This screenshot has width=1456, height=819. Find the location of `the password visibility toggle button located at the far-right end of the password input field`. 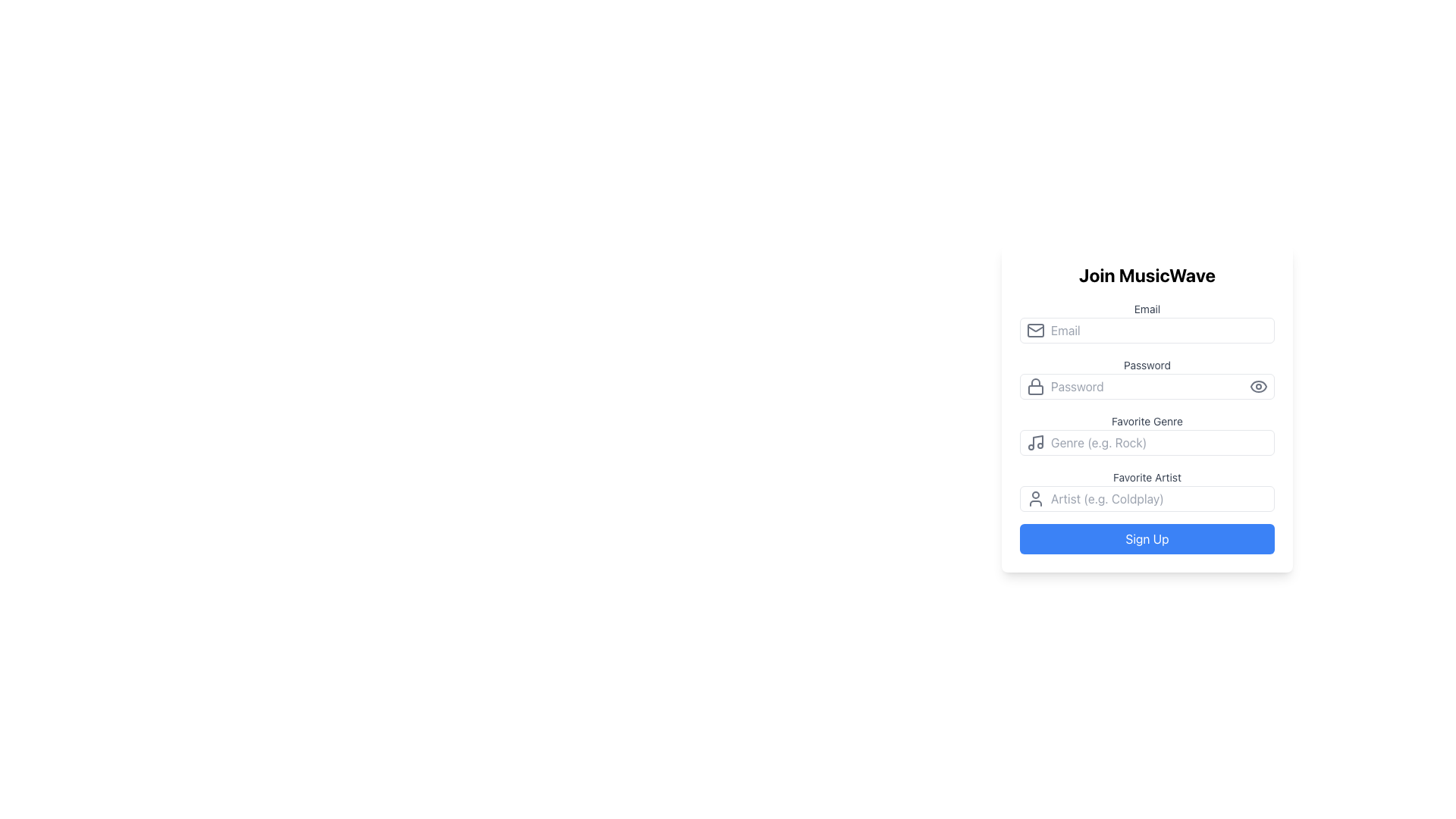

the password visibility toggle button located at the far-right end of the password input field is located at coordinates (1259, 385).